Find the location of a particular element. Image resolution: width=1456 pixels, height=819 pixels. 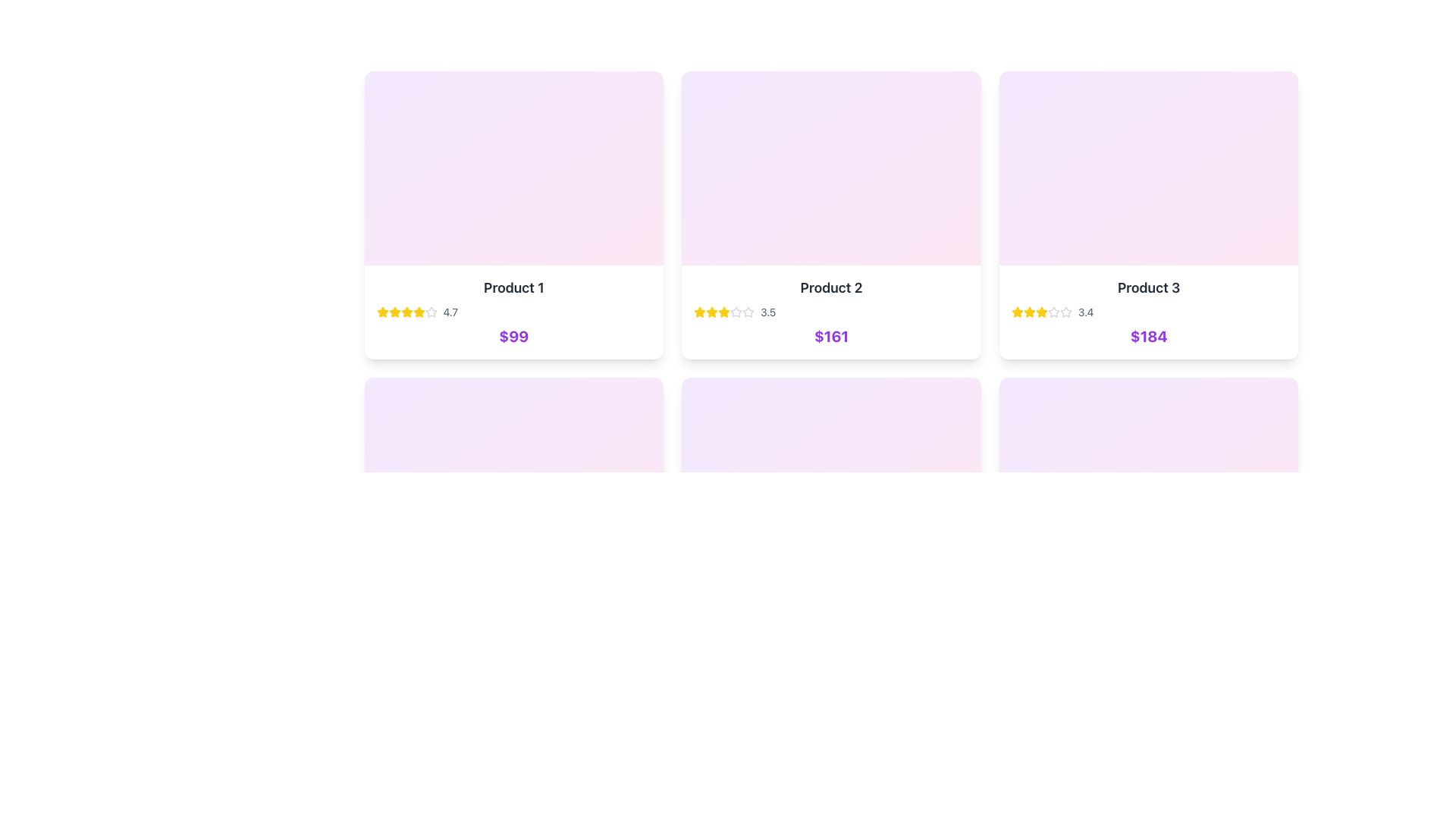

the button located in the top-right corner of the 'Product 3' card is located at coordinates (1275, 93).